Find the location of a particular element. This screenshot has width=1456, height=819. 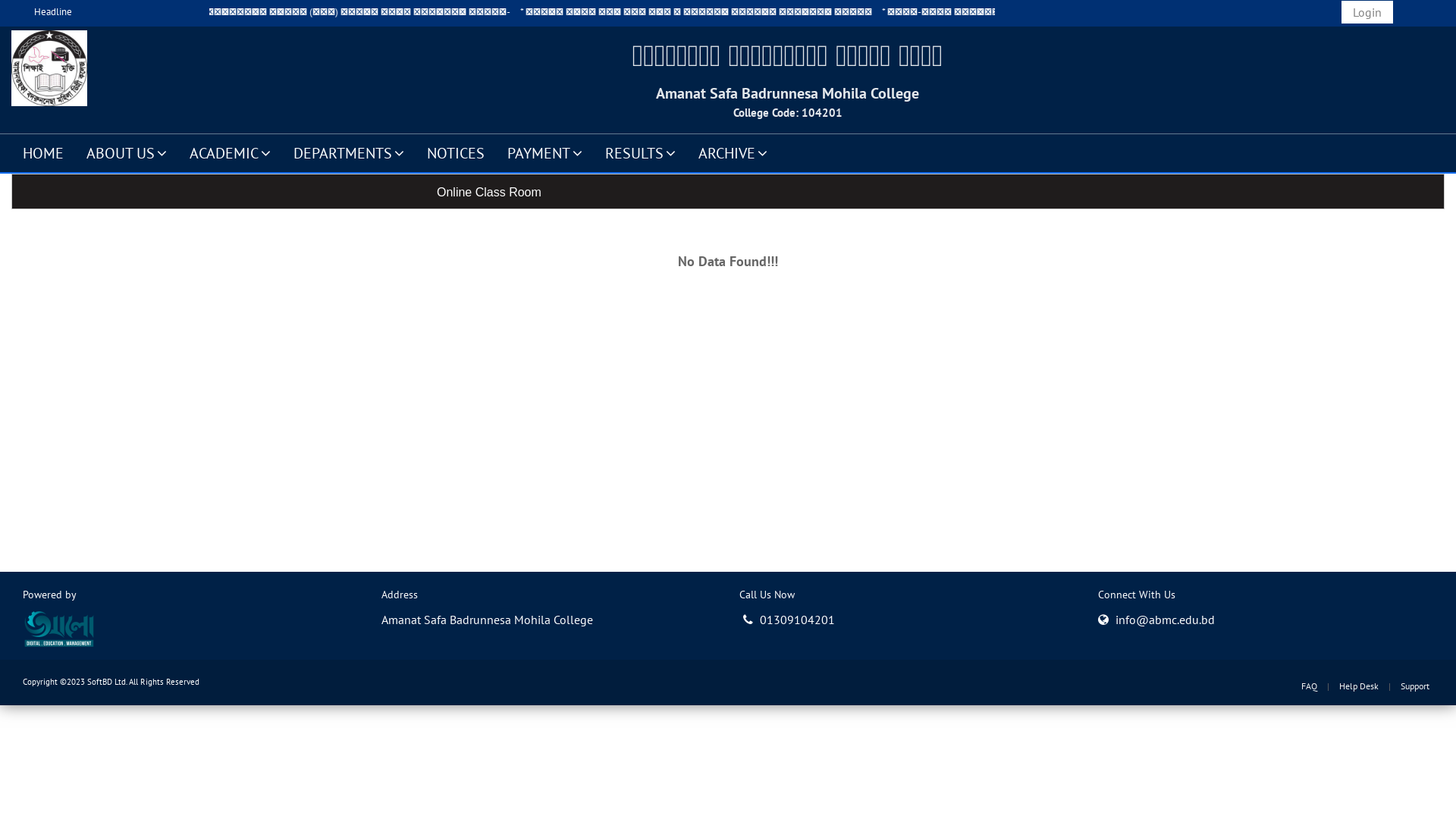

'HOME' is located at coordinates (43, 152).